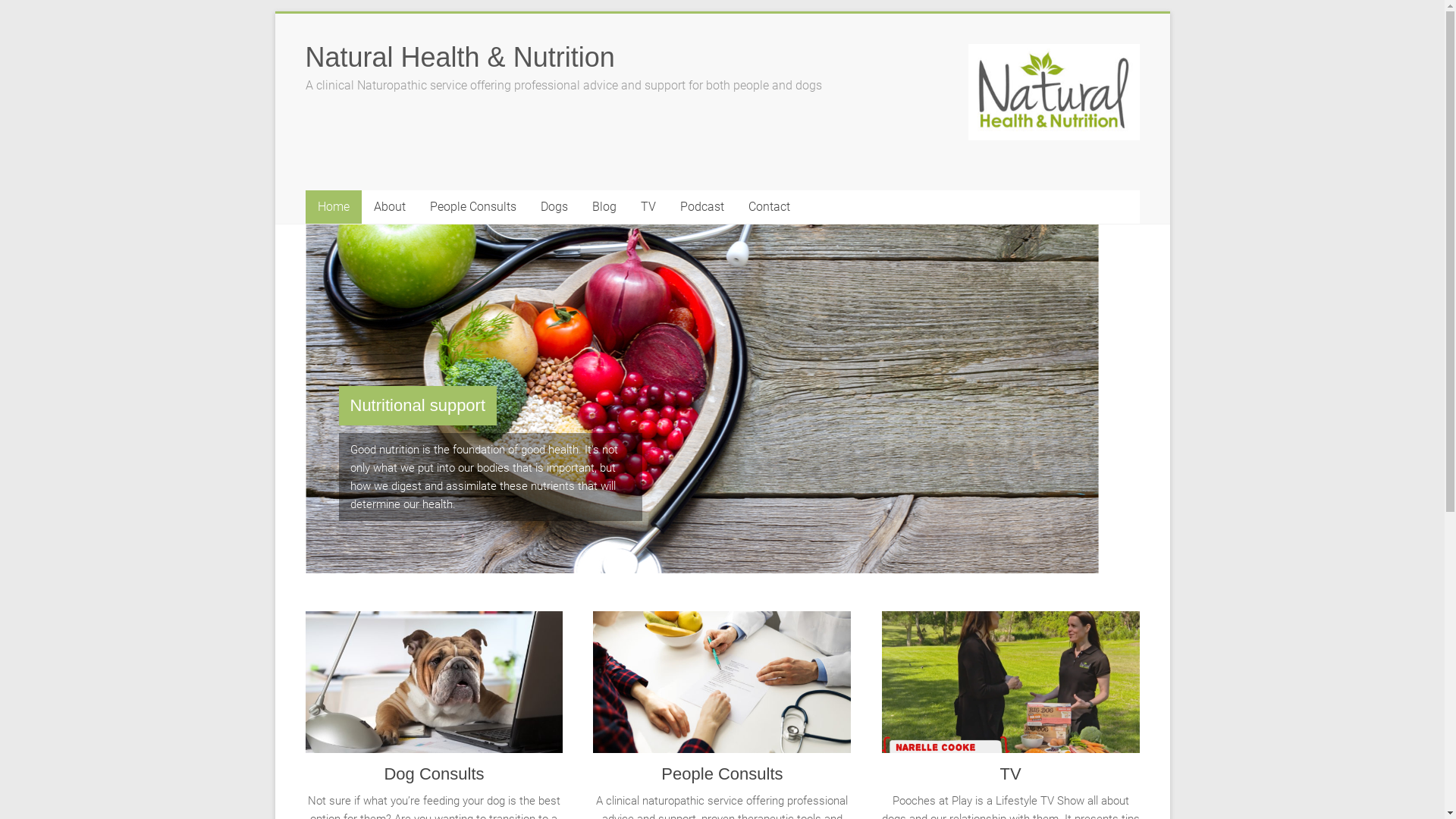 This screenshot has width=1456, height=819. I want to click on 'Contact', so click(735, 207).